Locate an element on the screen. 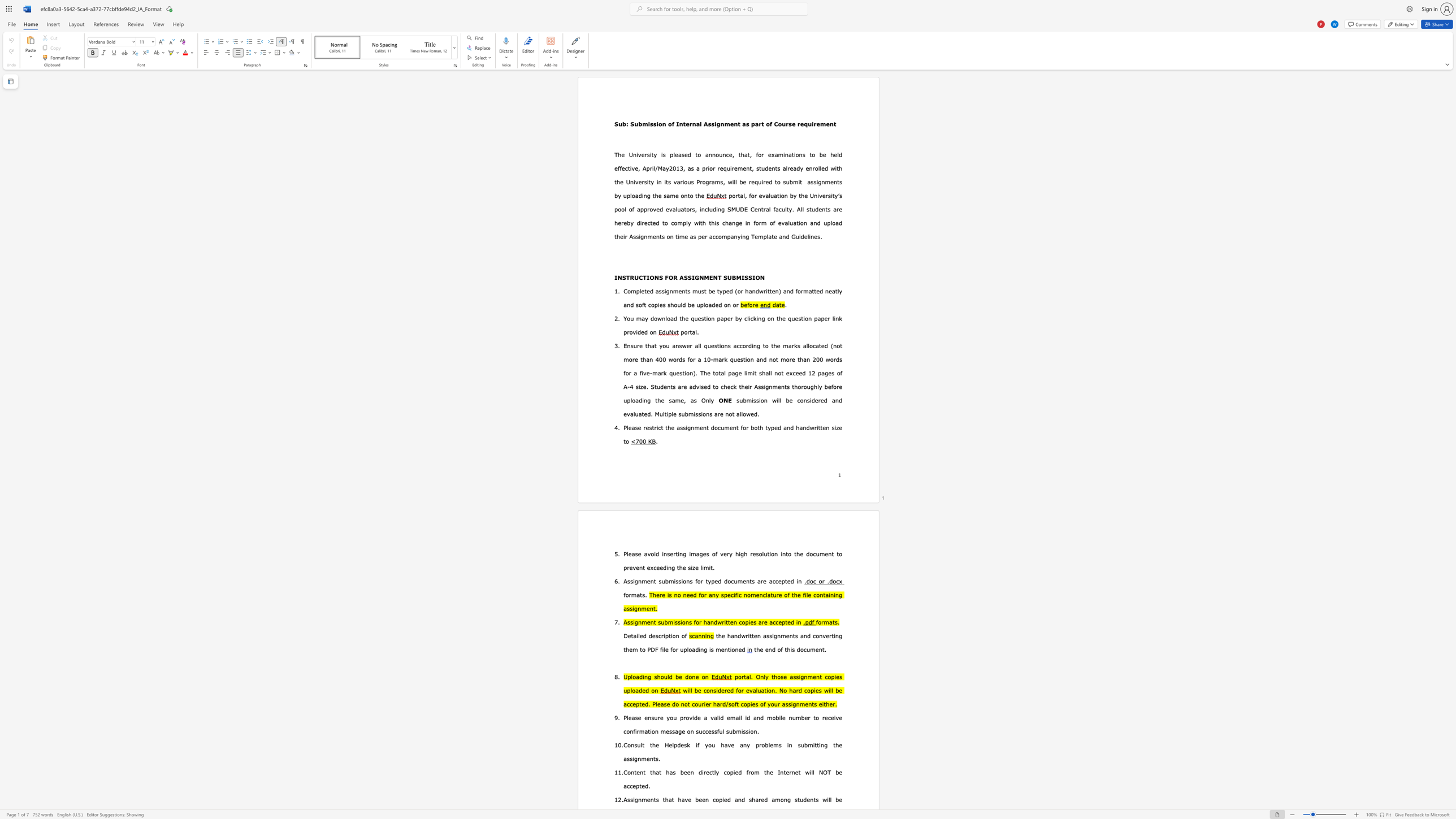 The image size is (1456, 819). the subset text "loading t" within the text "by uploading the same onto the" is located at coordinates (630, 196).